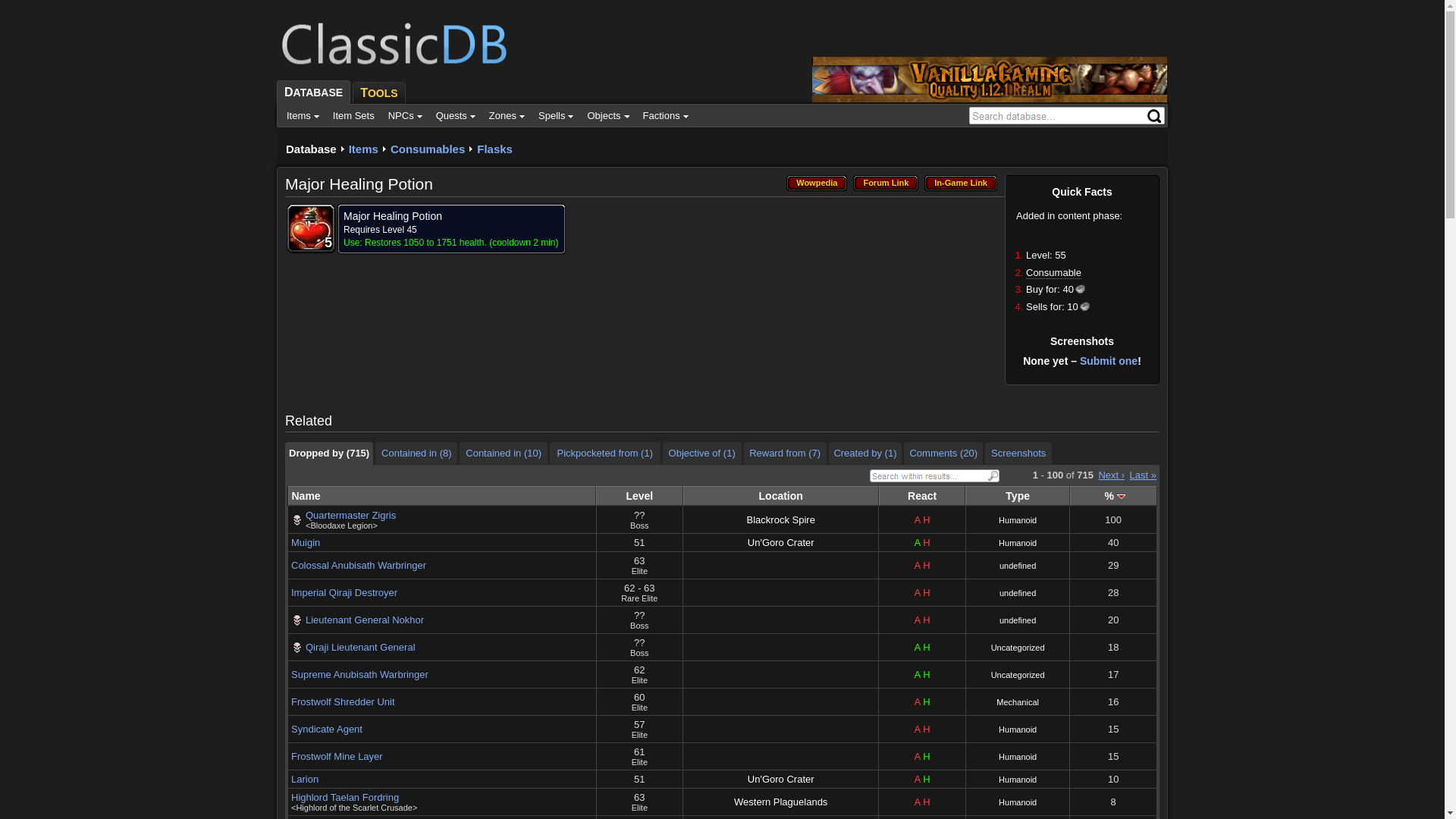  I want to click on 'Objects', so click(607, 115).